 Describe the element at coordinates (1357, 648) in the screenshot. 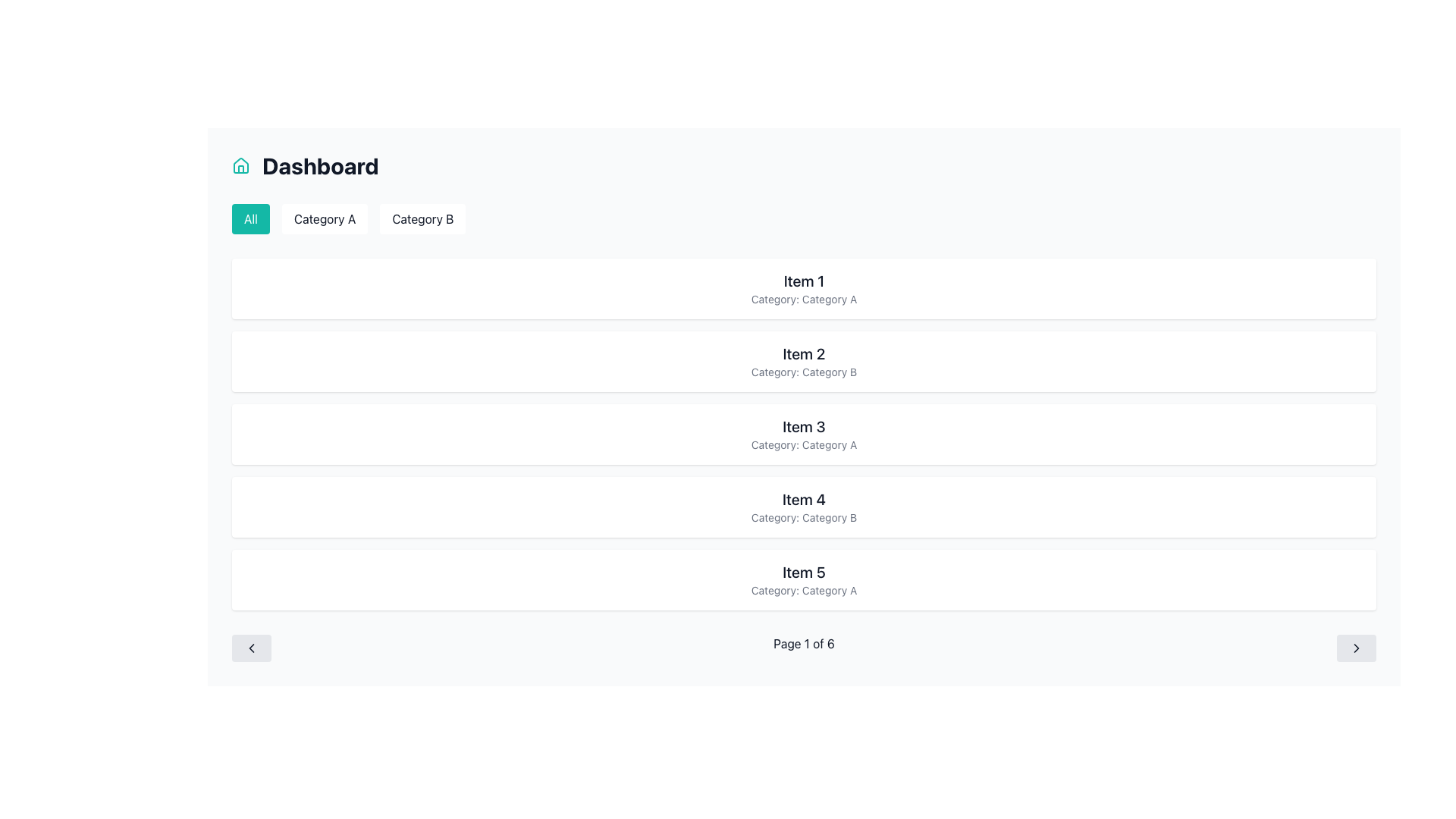

I see `the rightward-pointing chevron icon embedded within the pagination control button at the bottom-right corner` at that location.